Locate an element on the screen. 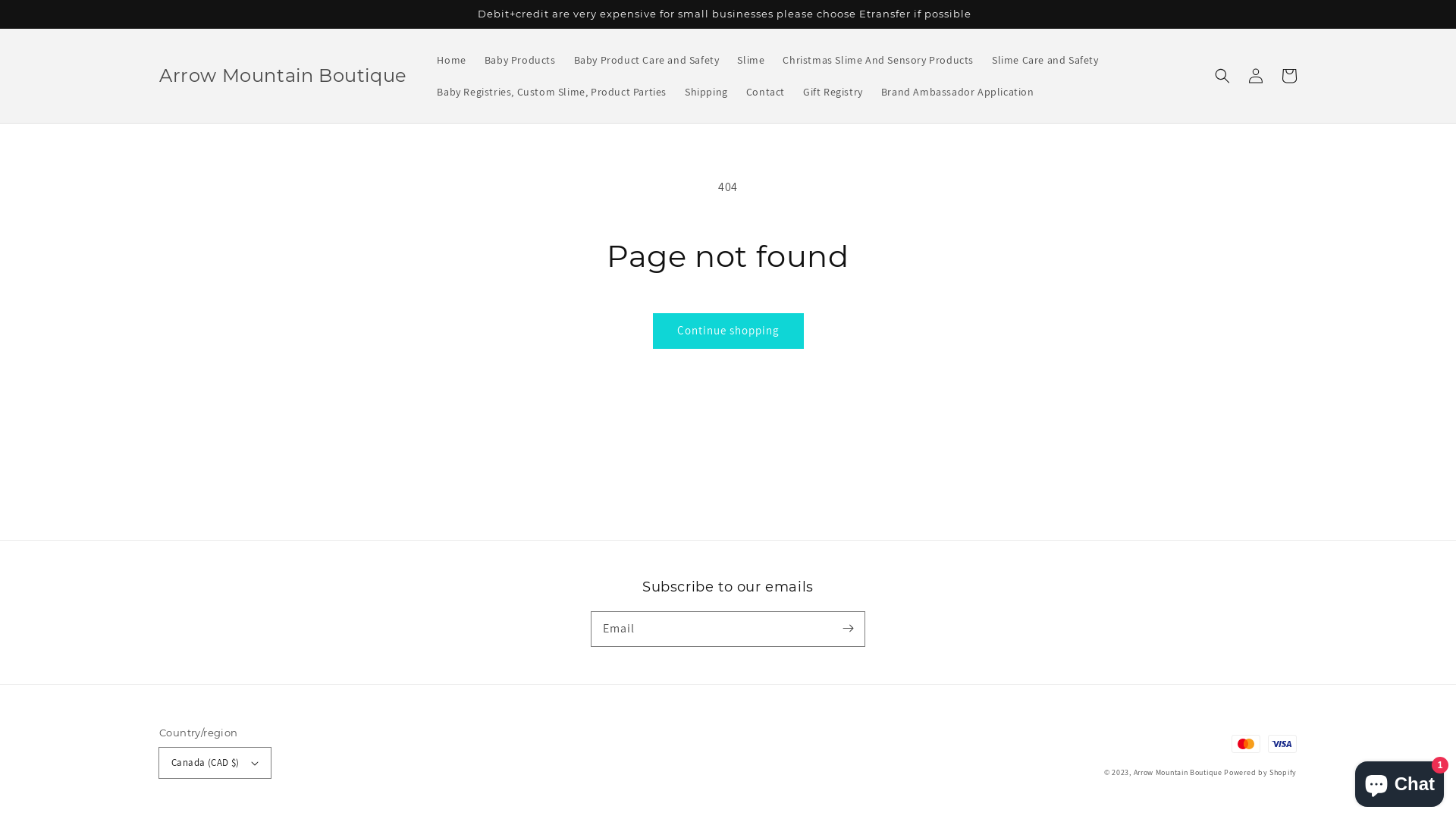  'Contact' is located at coordinates (765, 91).